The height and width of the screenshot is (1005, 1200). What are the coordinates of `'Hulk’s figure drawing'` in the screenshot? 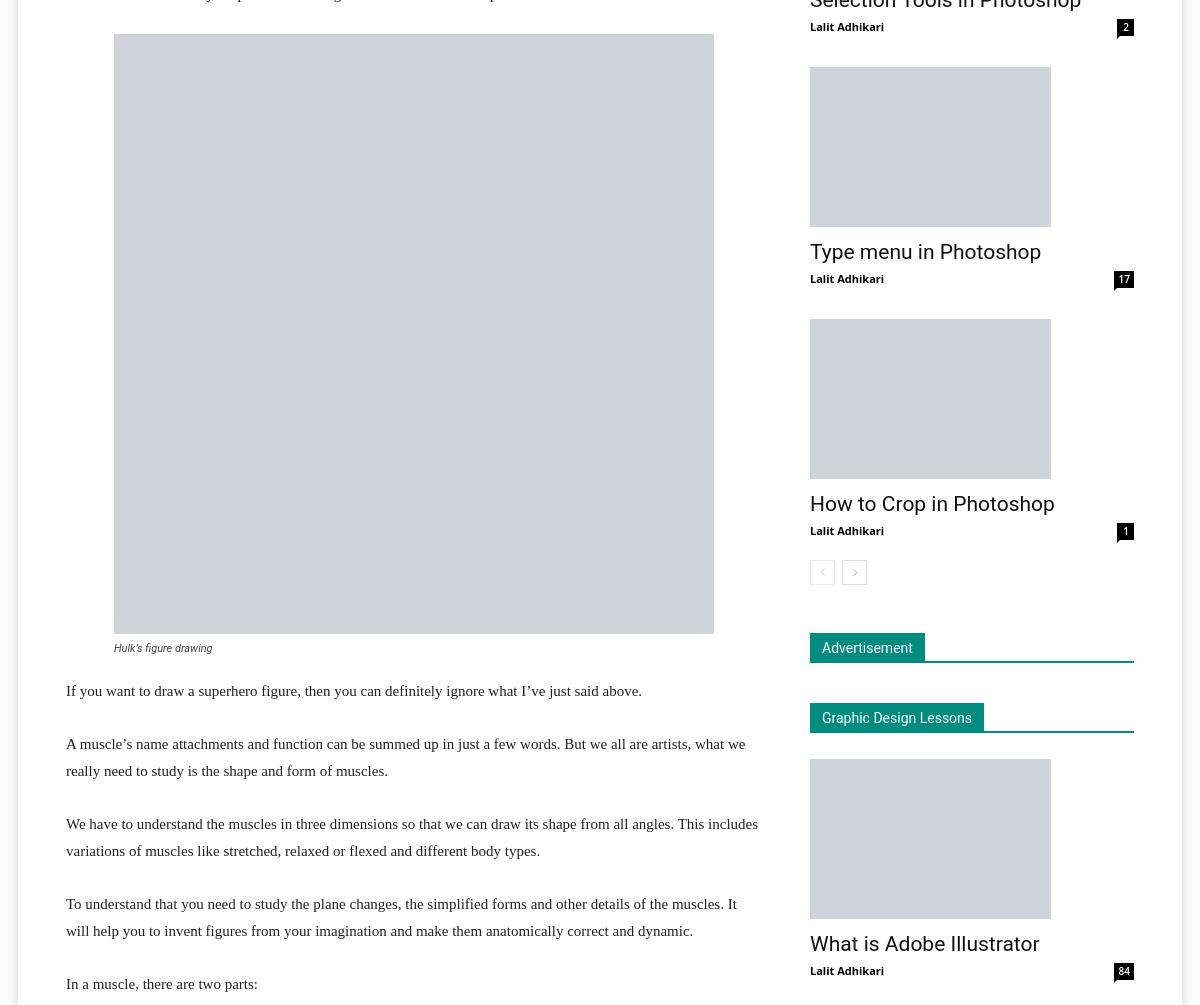 It's located at (161, 647).